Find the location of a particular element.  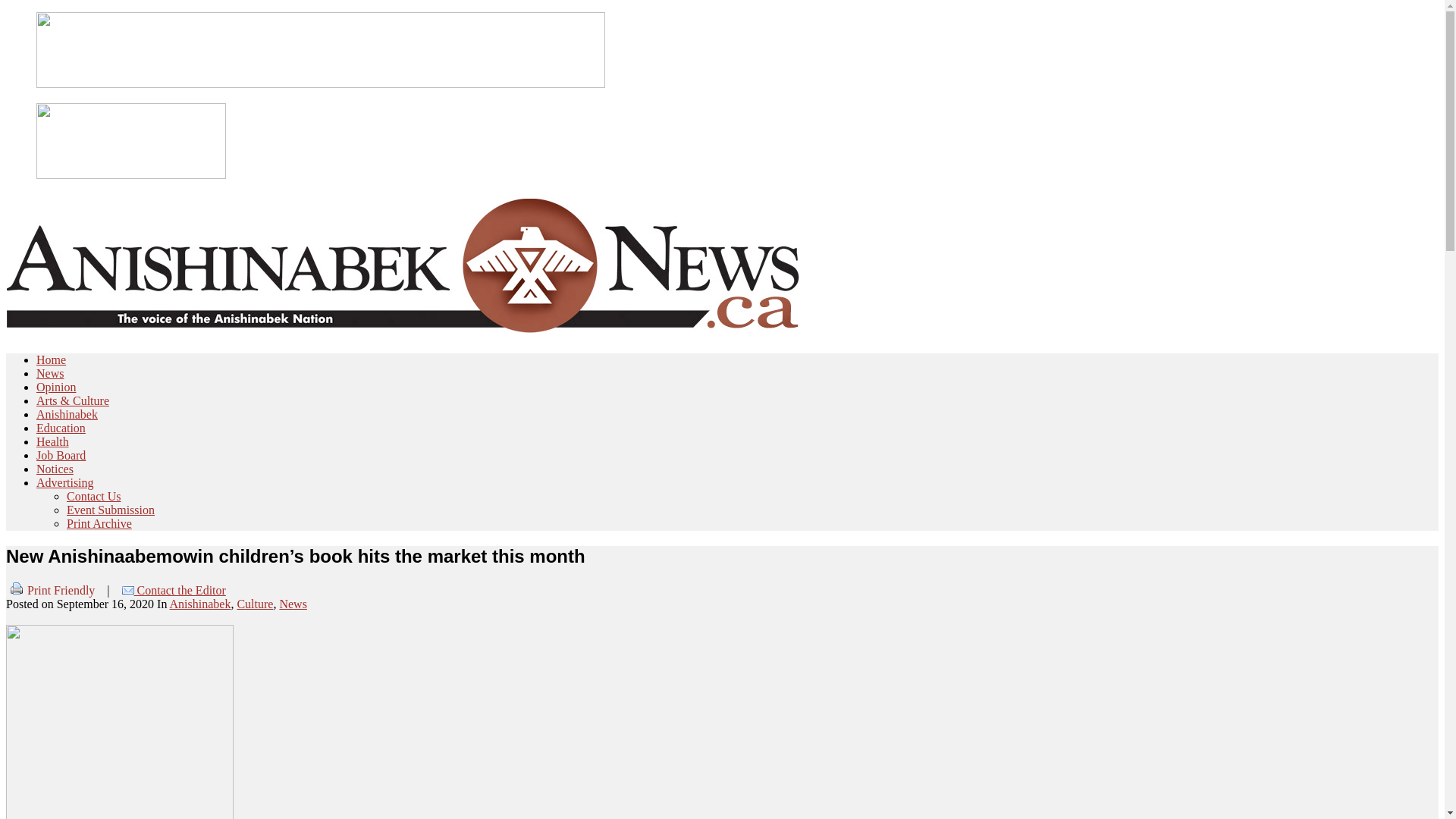

'News' is located at coordinates (279, 603).